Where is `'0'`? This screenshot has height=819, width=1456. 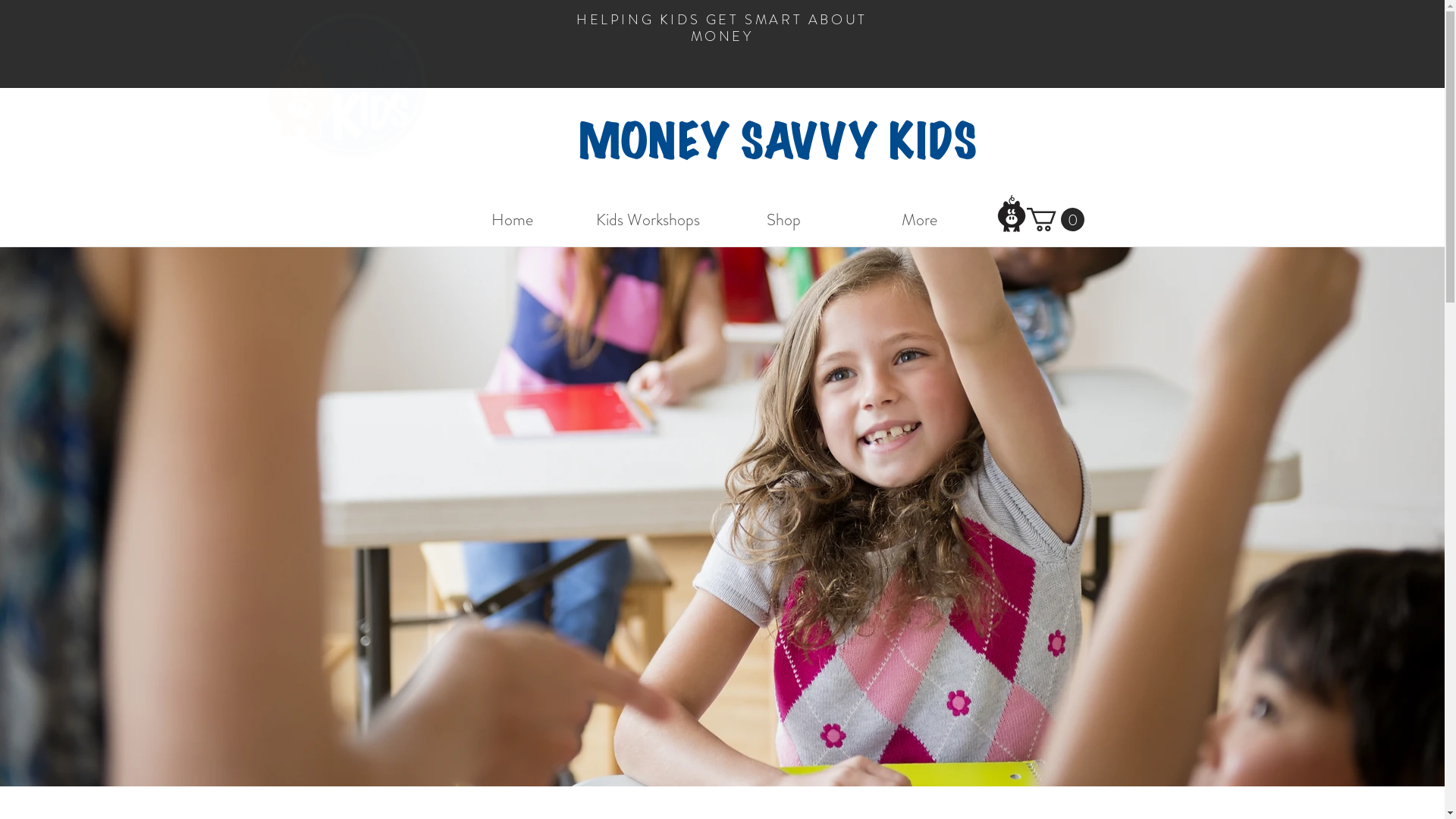
'0' is located at coordinates (1055, 219).